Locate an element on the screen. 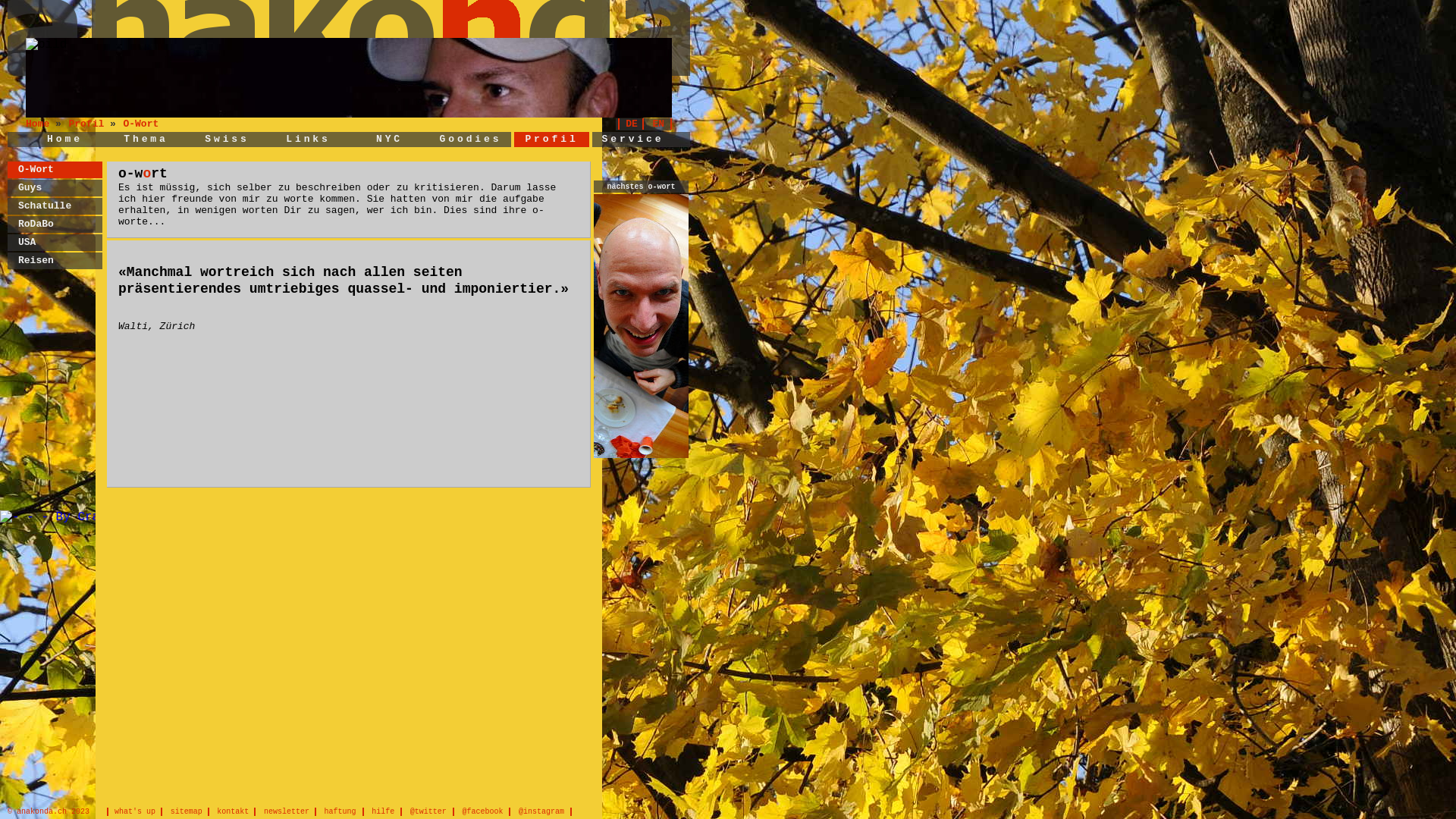  'Guys' is located at coordinates (30, 187).